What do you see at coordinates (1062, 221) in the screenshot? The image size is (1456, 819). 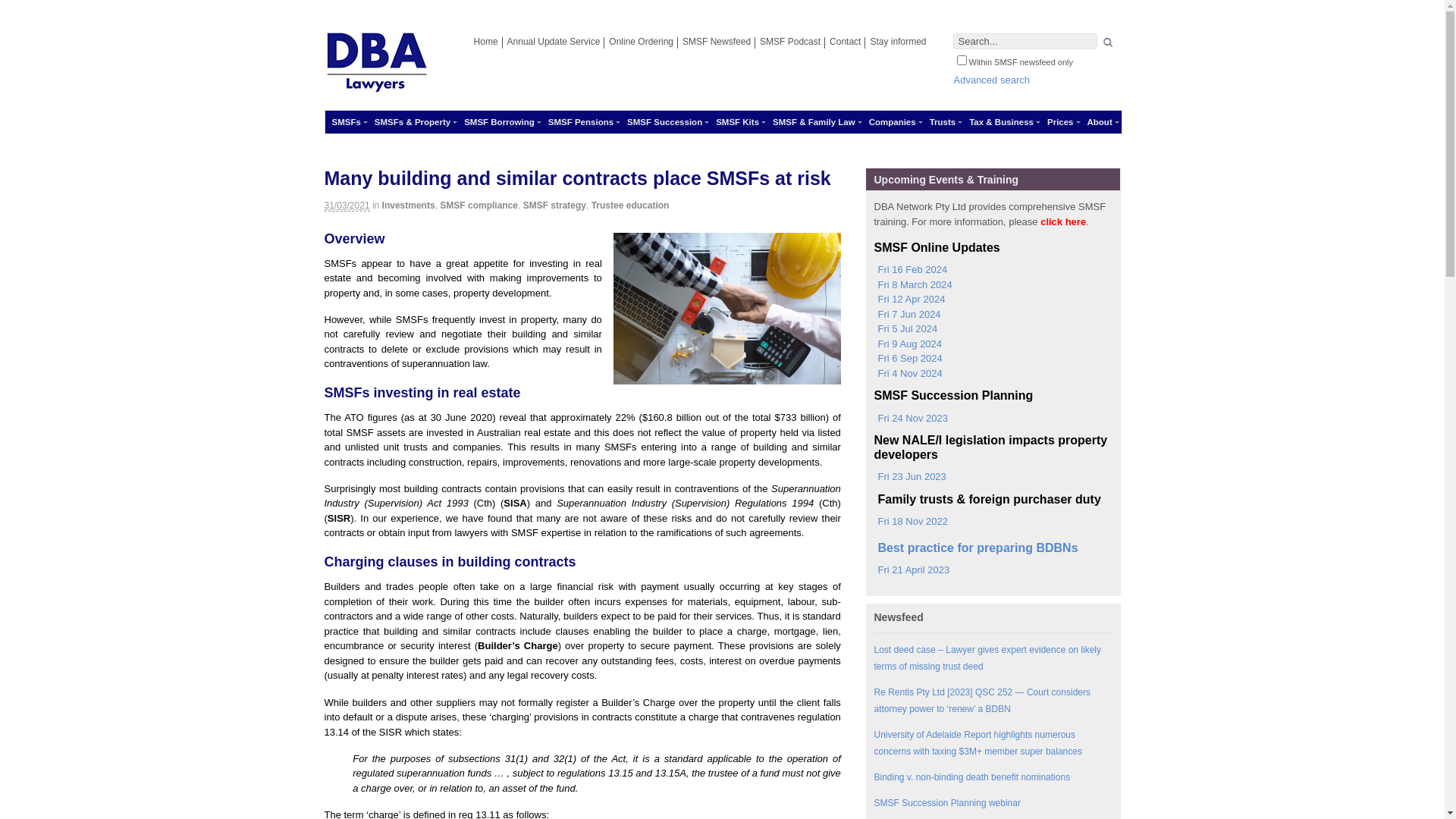 I see `'click here'` at bounding box center [1062, 221].